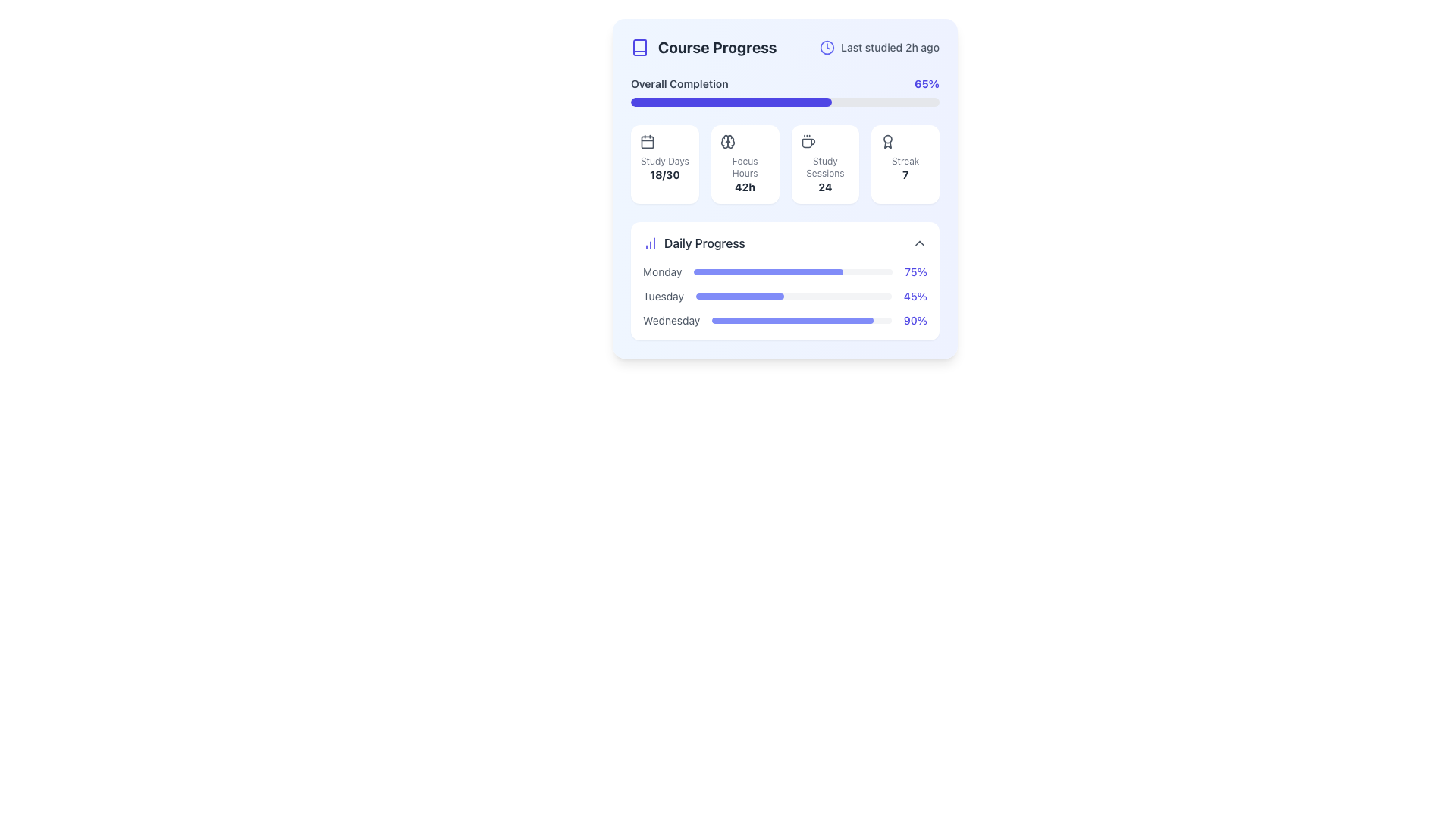  What do you see at coordinates (651, 242) in the screenshot?
I see `the blue chart SVG icon representing daily progress, located to the left of the 'Daily Progress' text` at bounding box center [651, 242].